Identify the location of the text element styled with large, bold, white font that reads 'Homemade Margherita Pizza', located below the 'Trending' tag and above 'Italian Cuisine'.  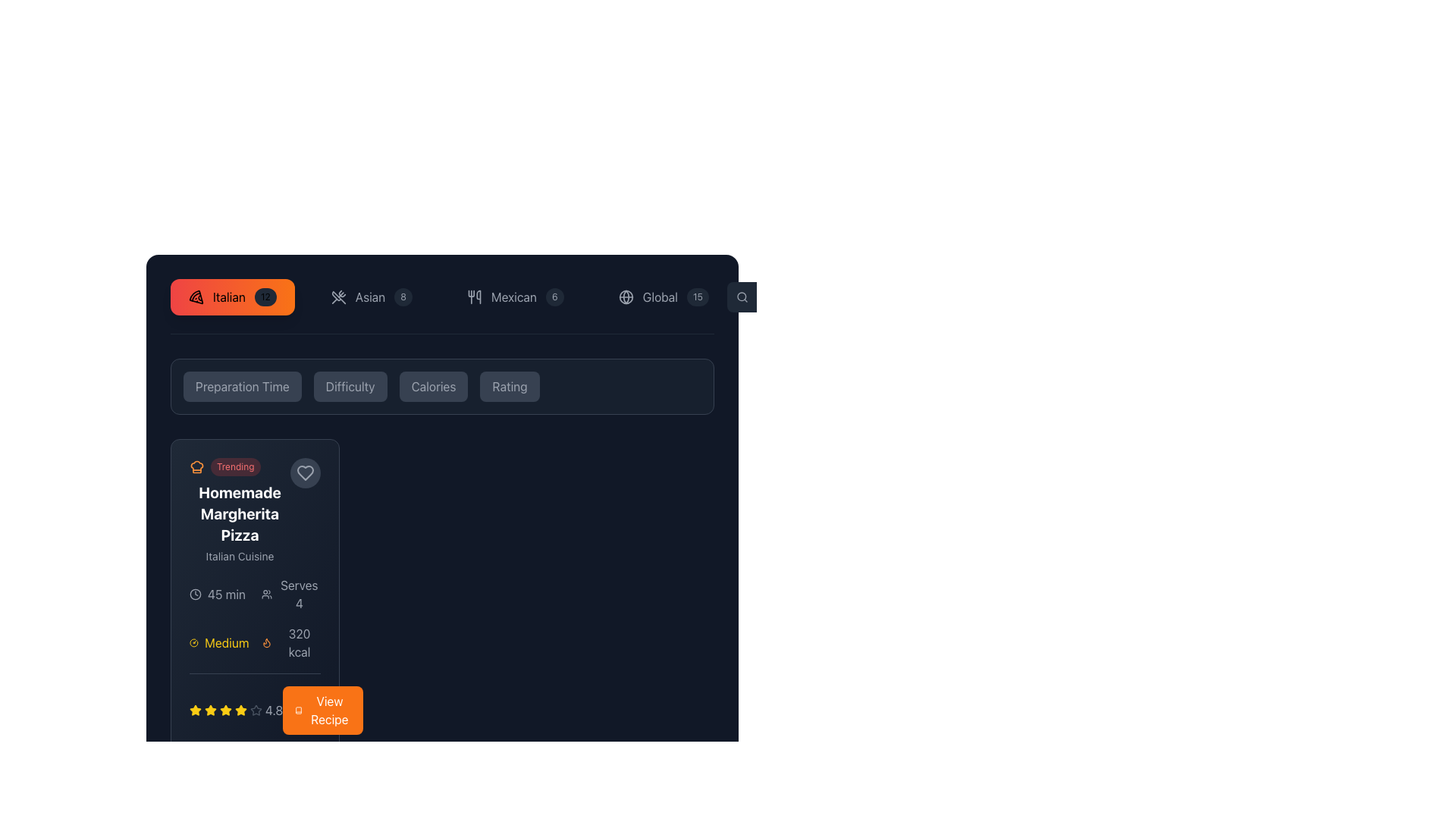
(239, 513).